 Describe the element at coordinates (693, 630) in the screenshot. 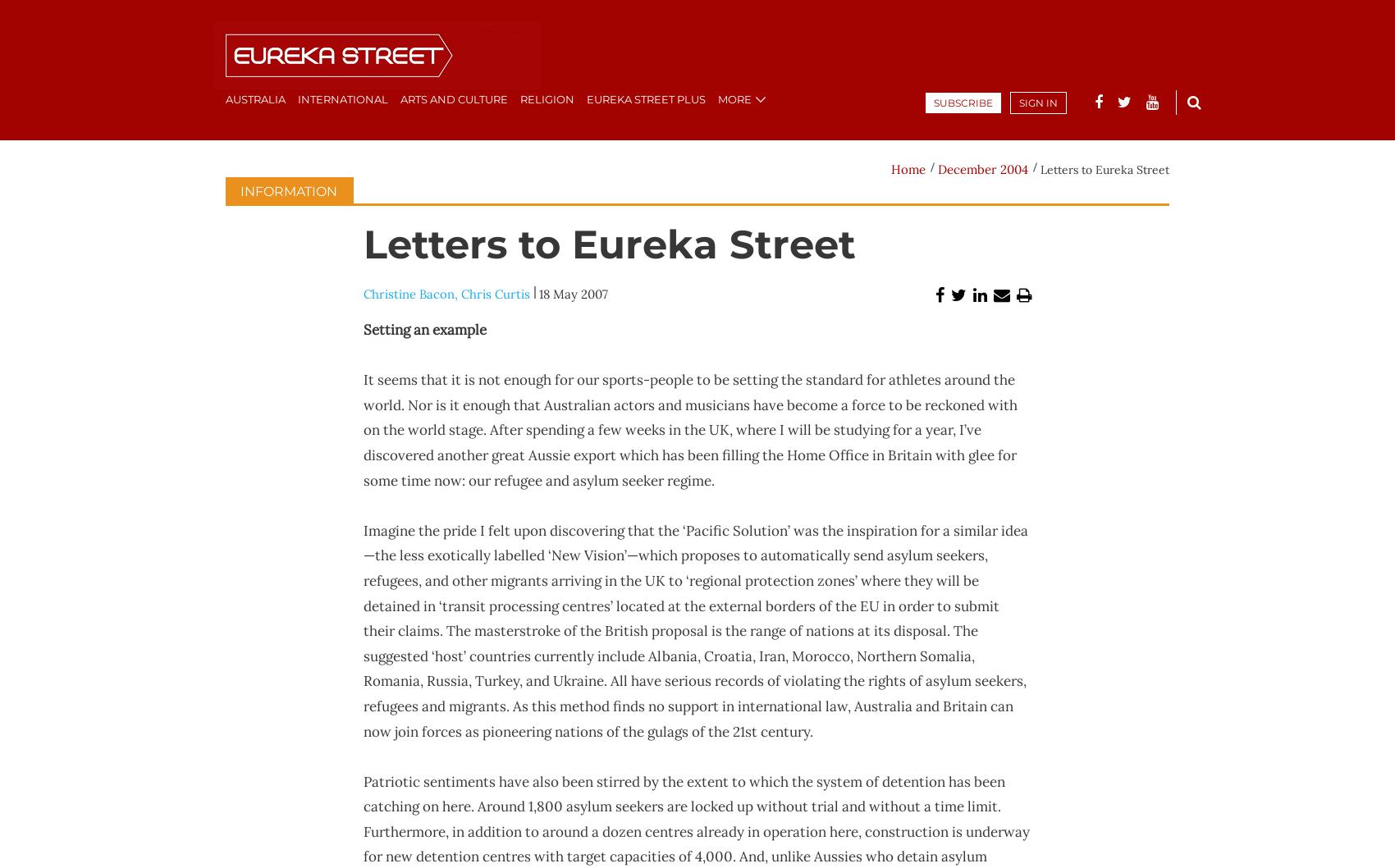

I see `'Imagine the pride I felt upon discovering that the ‘Pacific Solution’ was the inspiration for a similar idea—the less exotically labelled ‘New Vision’—which proposes to automatically send asylum seekers, refugees, and other migrants arriving in the UK to ‘regional protection zones’ where they will be detained in ‘transit processing centres’ located at the external borders of the EU in order to submit their claims. The masterstroke of the British proposal is the range of nations at its disposal. The suggested ‘host’ countries currently include Albania, Croatia, Iran, Morocco, Northern Somalia, Romania, Russia, Turkey, and Ukraine. All have serious records of violating the rights of asylum seekers, refugees and migrants. As this method finds no support in international law, Australia and Britain can now join forces as pioneering nations of the gulags of the 21st century.'` at that location.